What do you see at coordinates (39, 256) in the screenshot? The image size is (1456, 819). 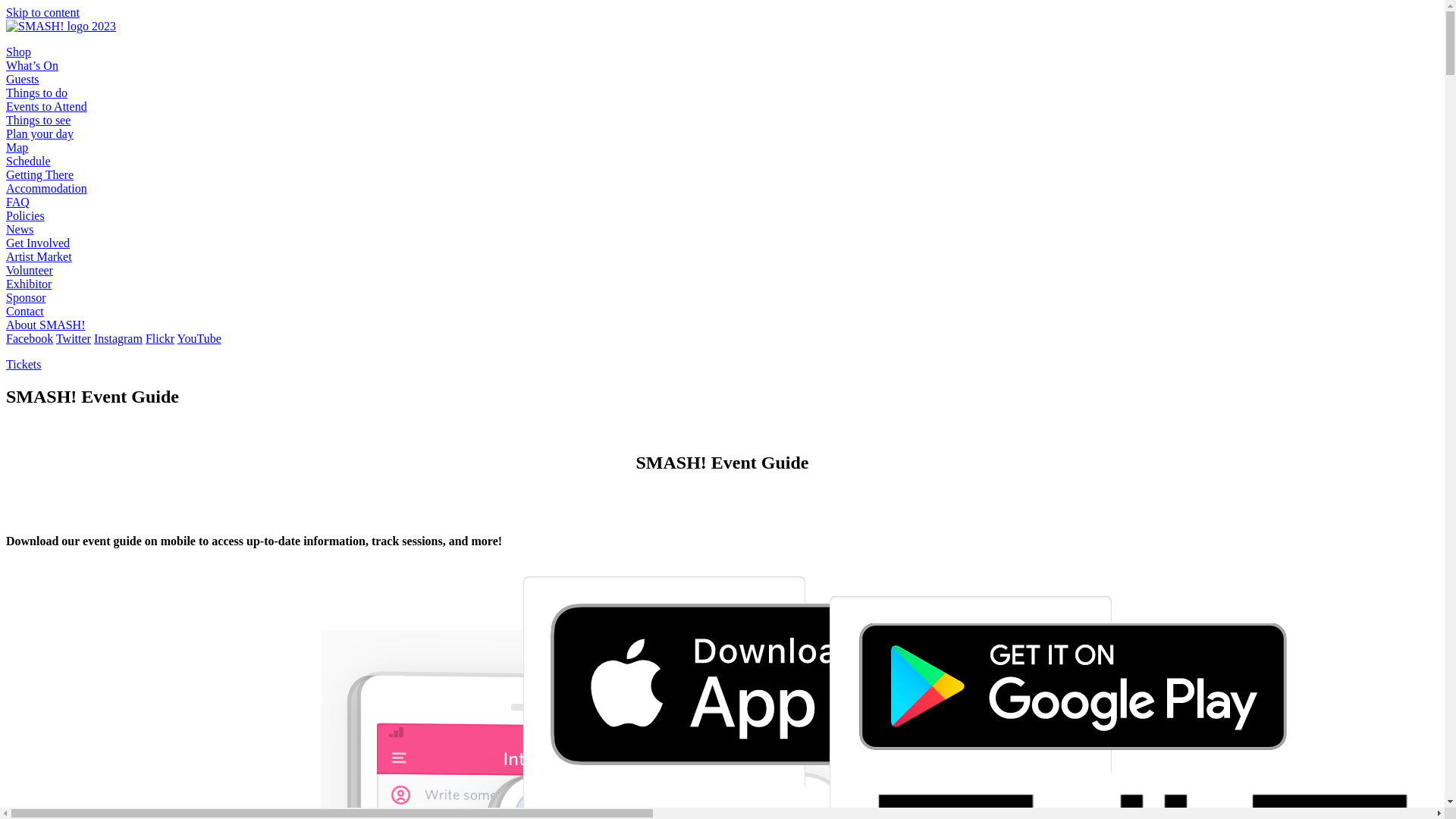 I see `'Artist Market'` at bounding box center [39, 256].